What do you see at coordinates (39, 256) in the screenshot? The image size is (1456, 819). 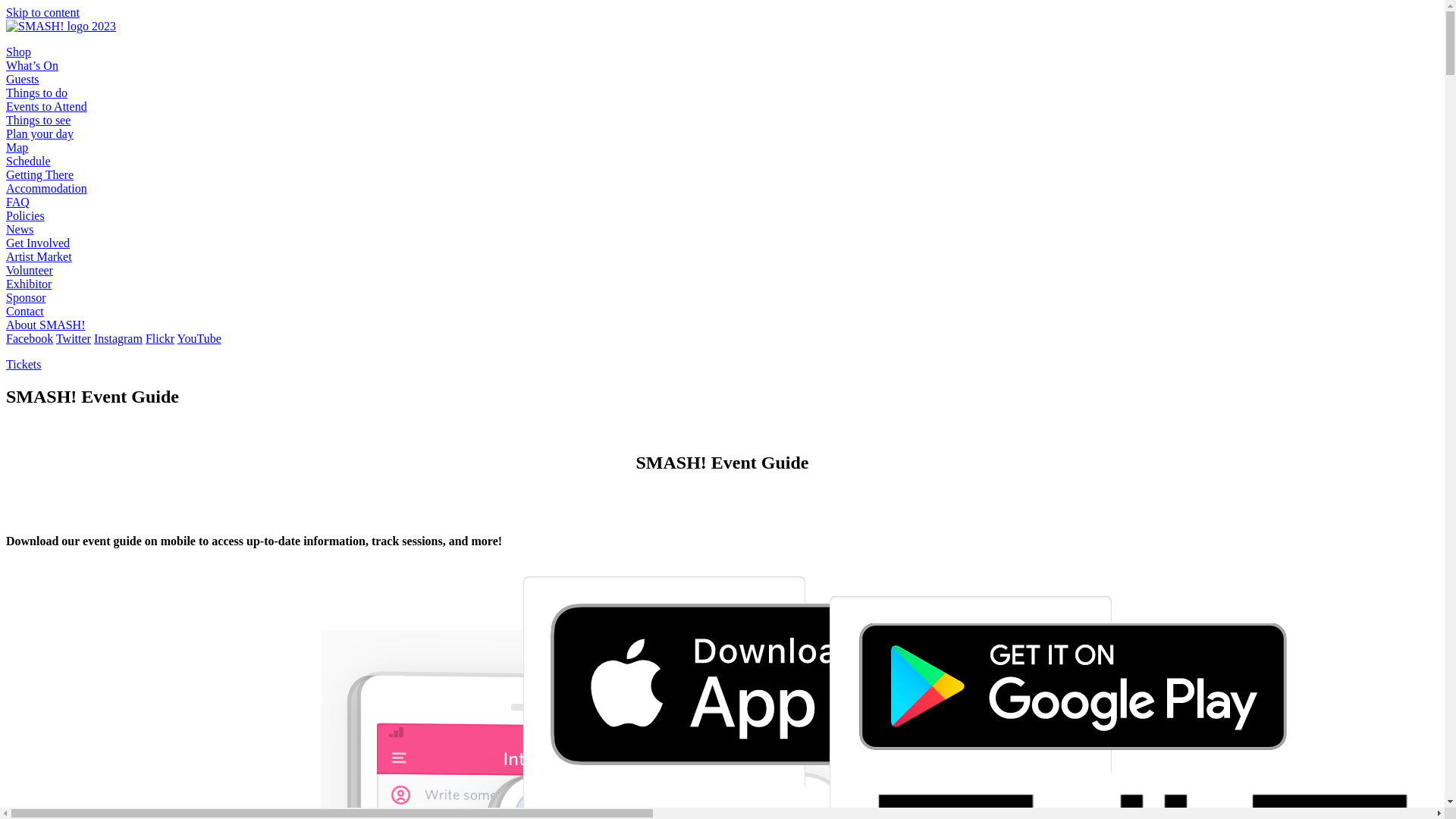 I see `'Artist Market'` at bounding box center [39, 256].